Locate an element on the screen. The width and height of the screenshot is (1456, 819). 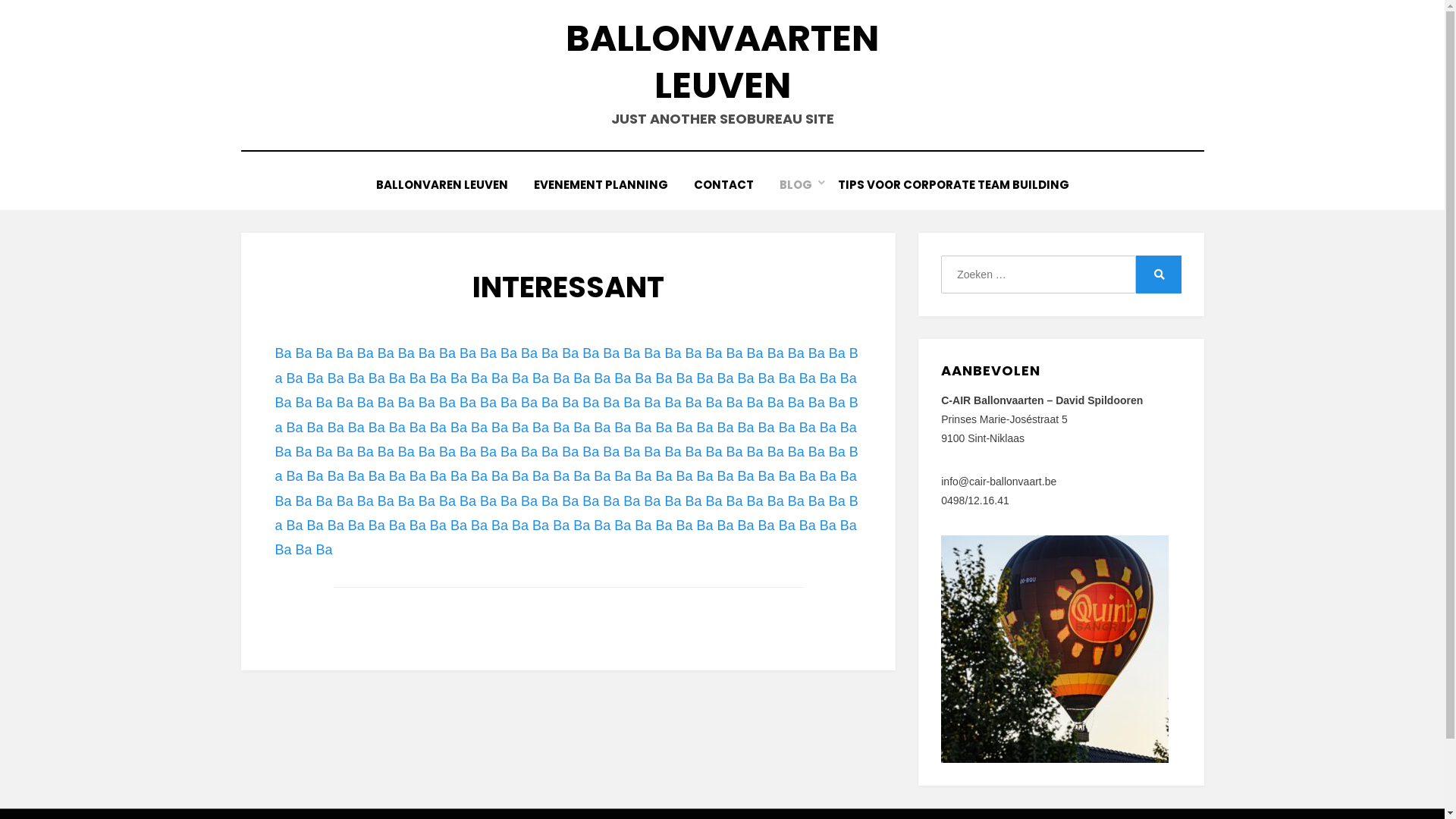
'EVENEMENT PLANNING' is located at coordinates (599, 184).